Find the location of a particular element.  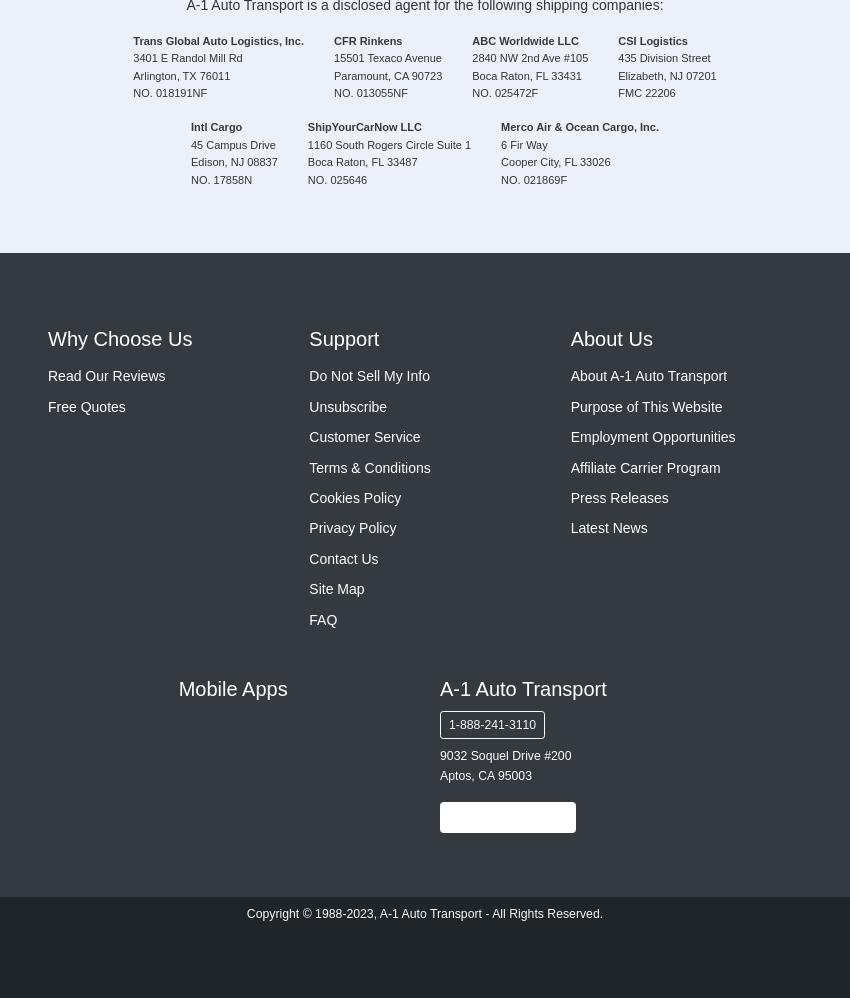

'ABC Worldwide LLC' is located at coordinates (524, 40).